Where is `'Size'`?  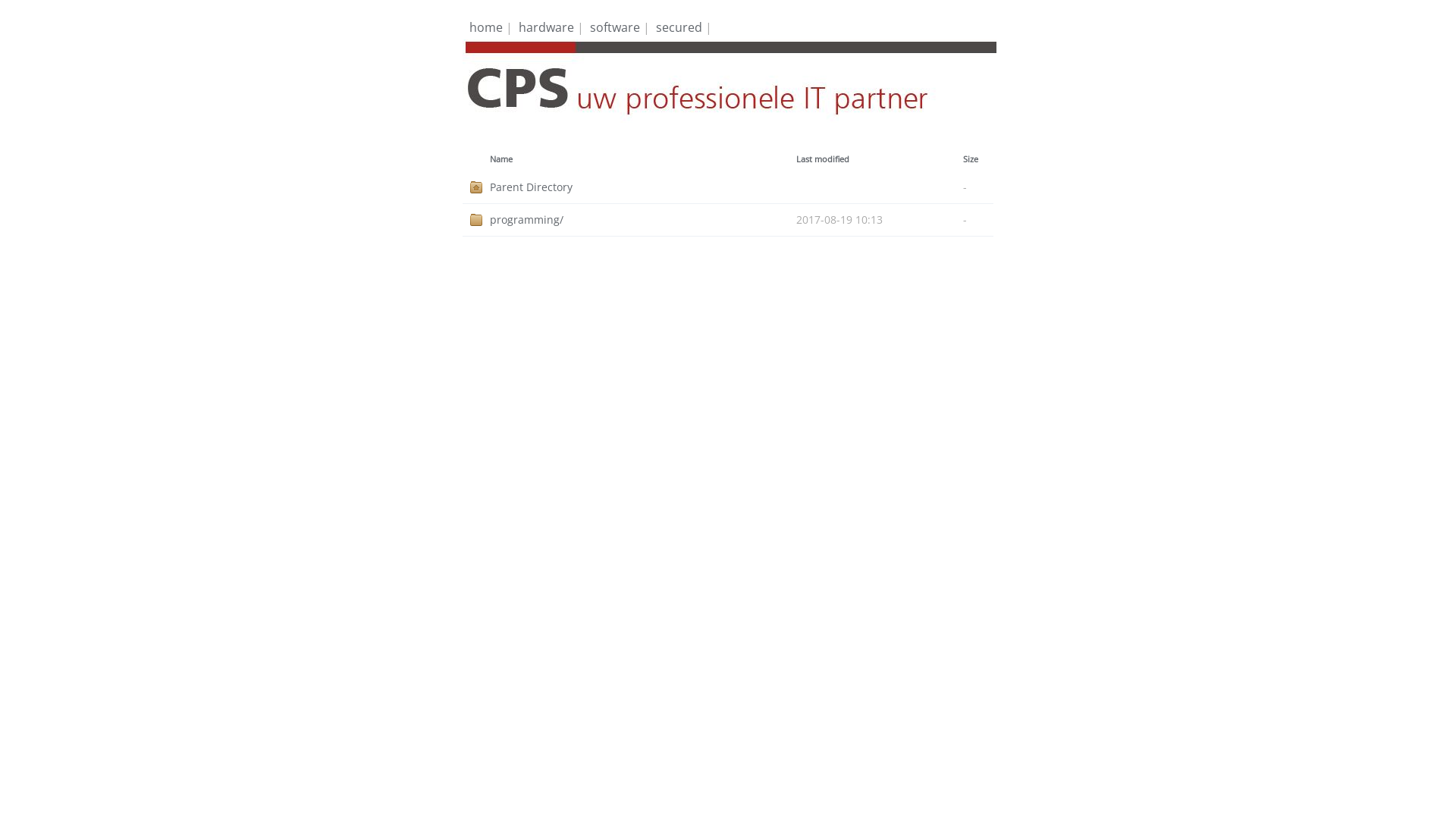 'Size' is located at coordinates (971, 158).